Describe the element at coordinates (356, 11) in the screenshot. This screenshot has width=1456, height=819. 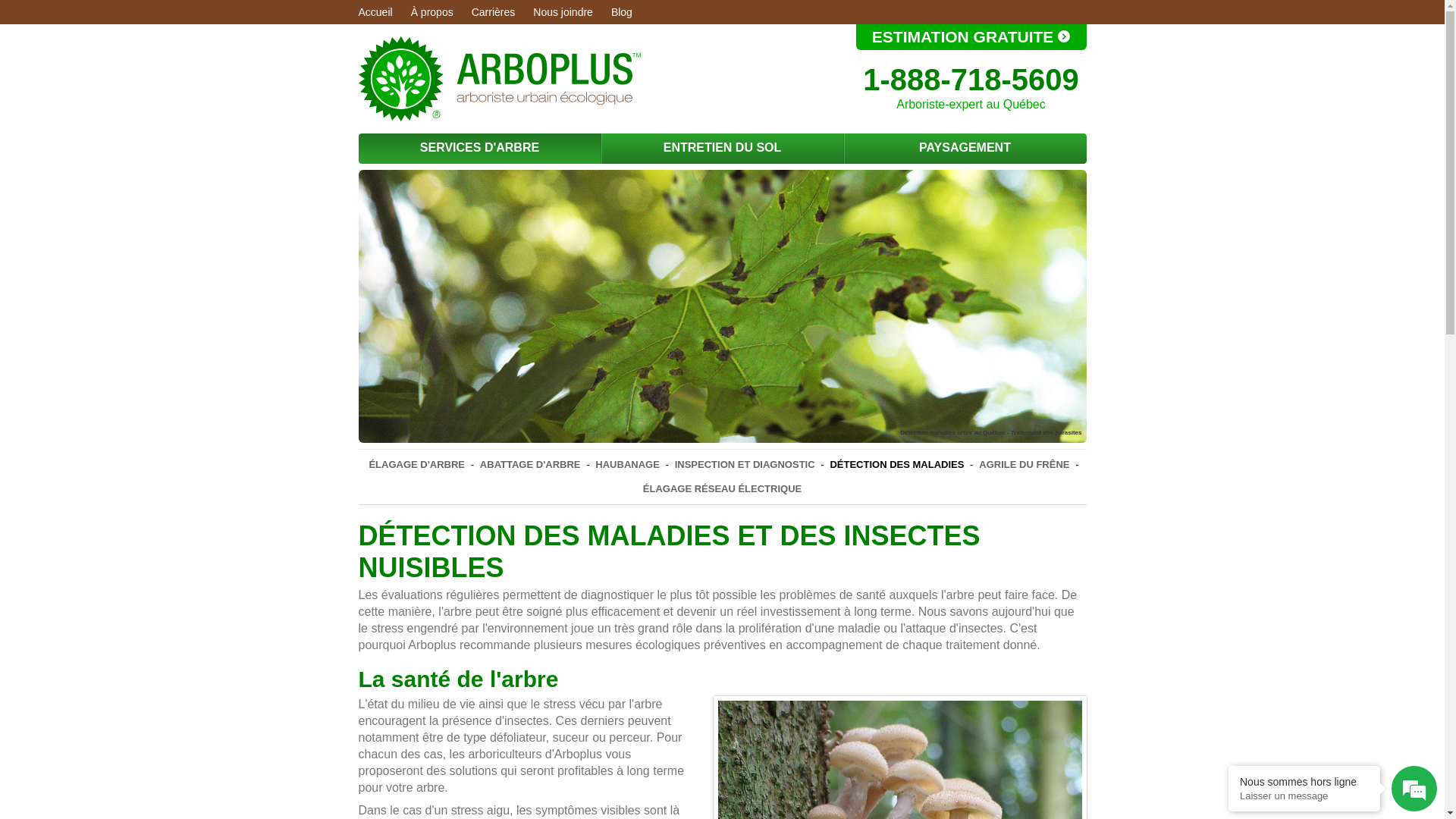
I see `'Accueil'` at that location.